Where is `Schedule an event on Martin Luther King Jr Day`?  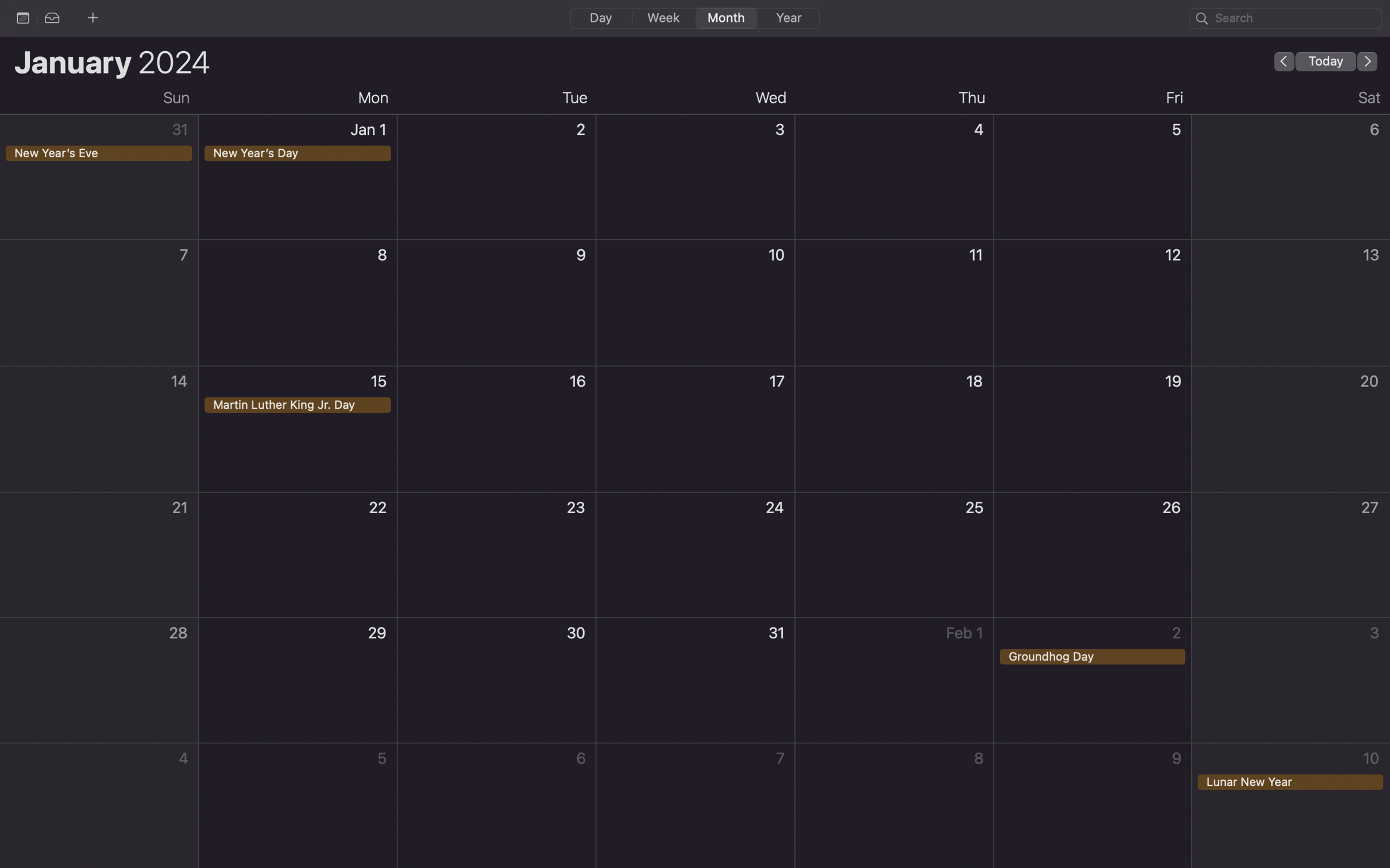
Schedule an event on Martin Luther King Jr Day is located at coordinates (299, 427).